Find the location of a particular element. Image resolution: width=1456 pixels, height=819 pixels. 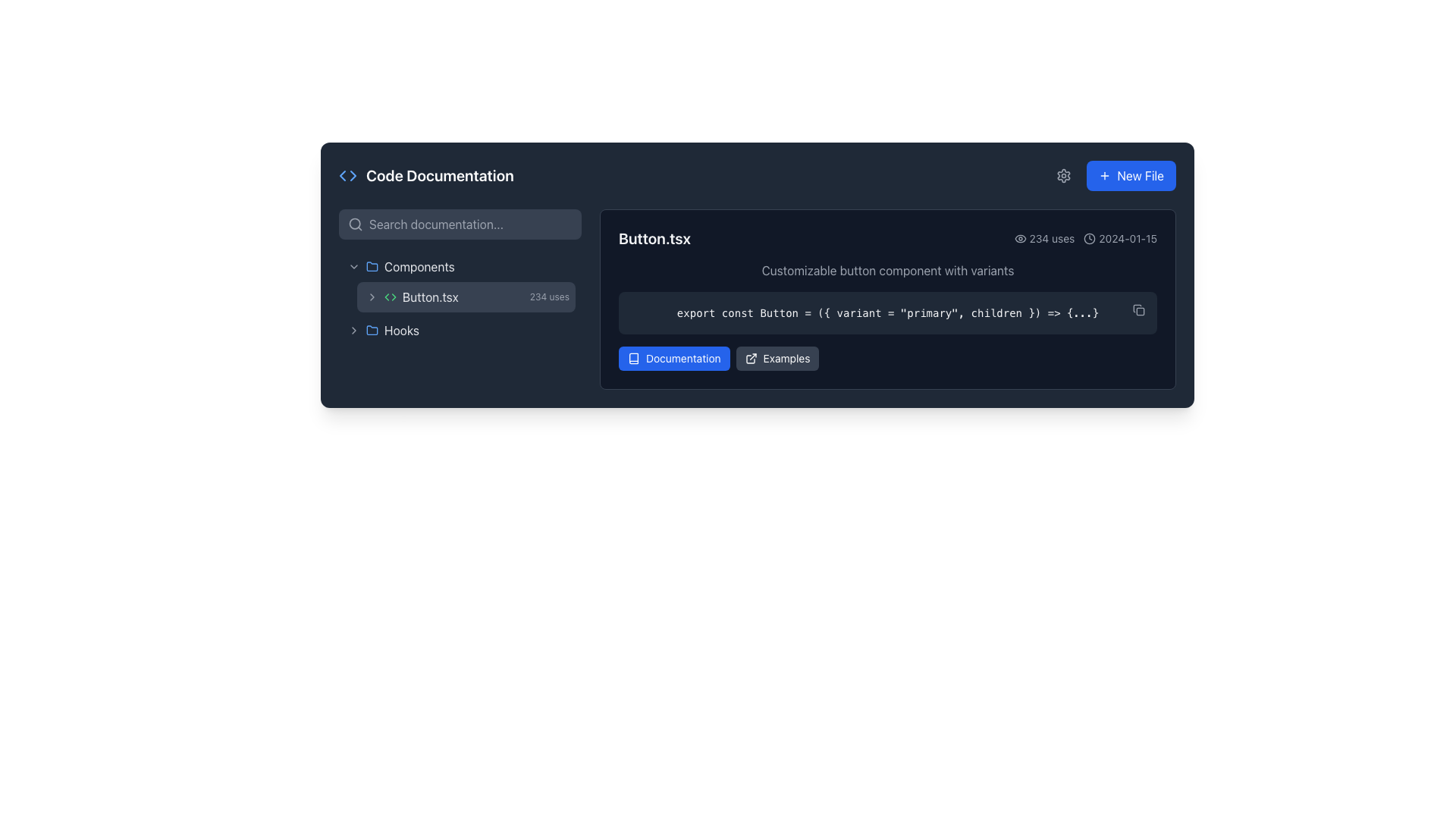

the circular clock icon located to the left of the date text '2024-01-15' is located at coordinates (1089, 239).